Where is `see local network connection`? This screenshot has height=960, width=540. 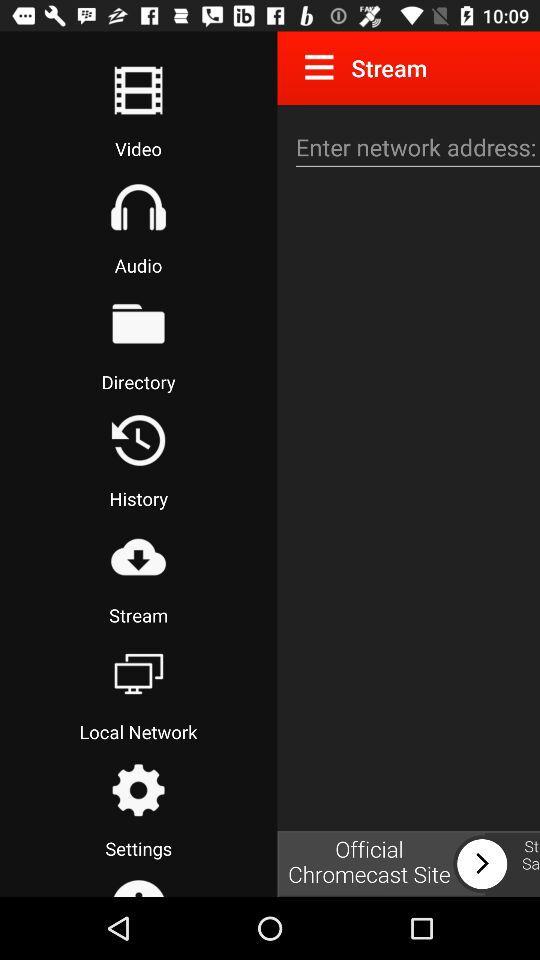 see local network connection is located at coordinates (137, 673).